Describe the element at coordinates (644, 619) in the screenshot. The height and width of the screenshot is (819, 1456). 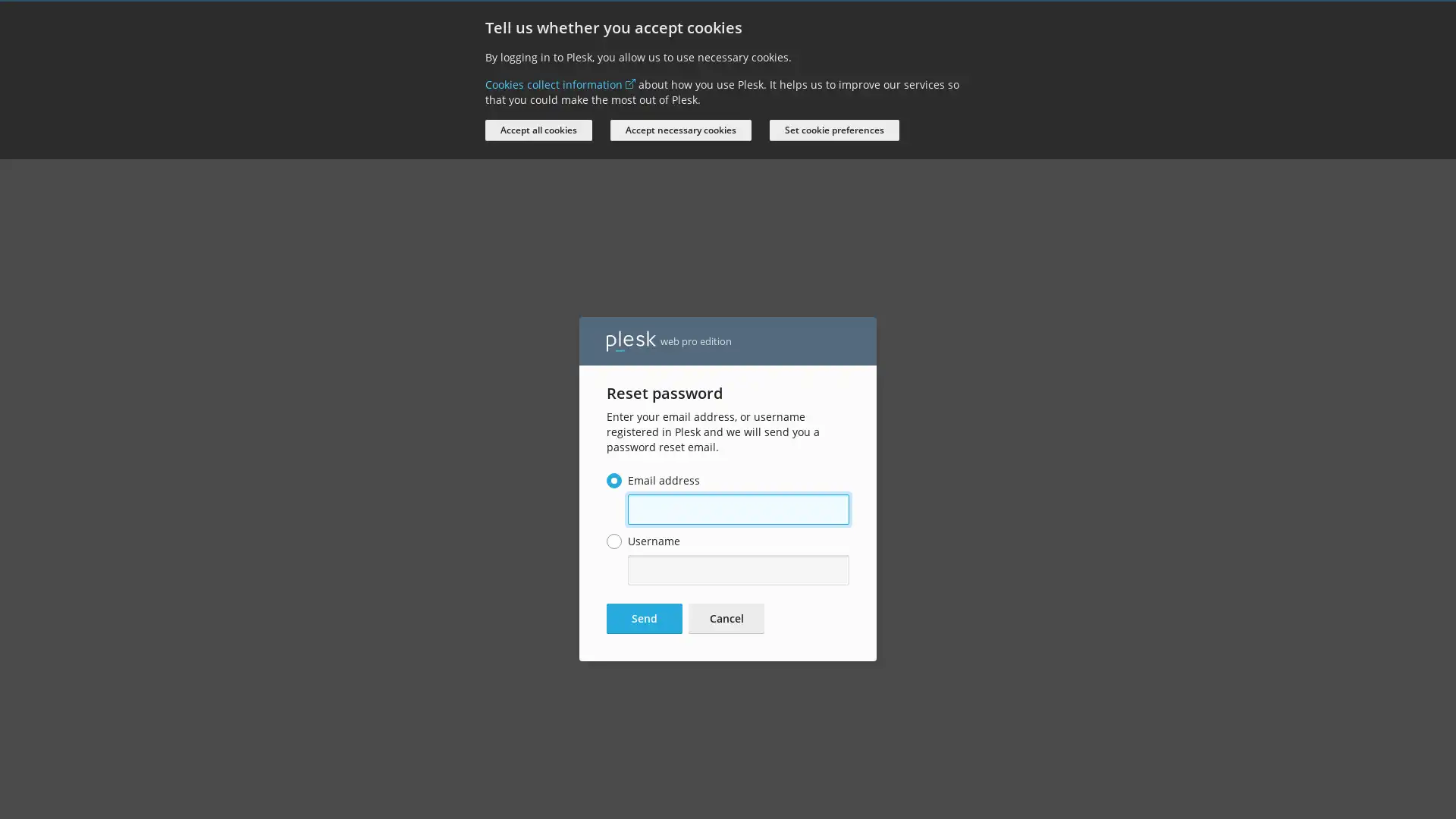
I see `Send` at that location.